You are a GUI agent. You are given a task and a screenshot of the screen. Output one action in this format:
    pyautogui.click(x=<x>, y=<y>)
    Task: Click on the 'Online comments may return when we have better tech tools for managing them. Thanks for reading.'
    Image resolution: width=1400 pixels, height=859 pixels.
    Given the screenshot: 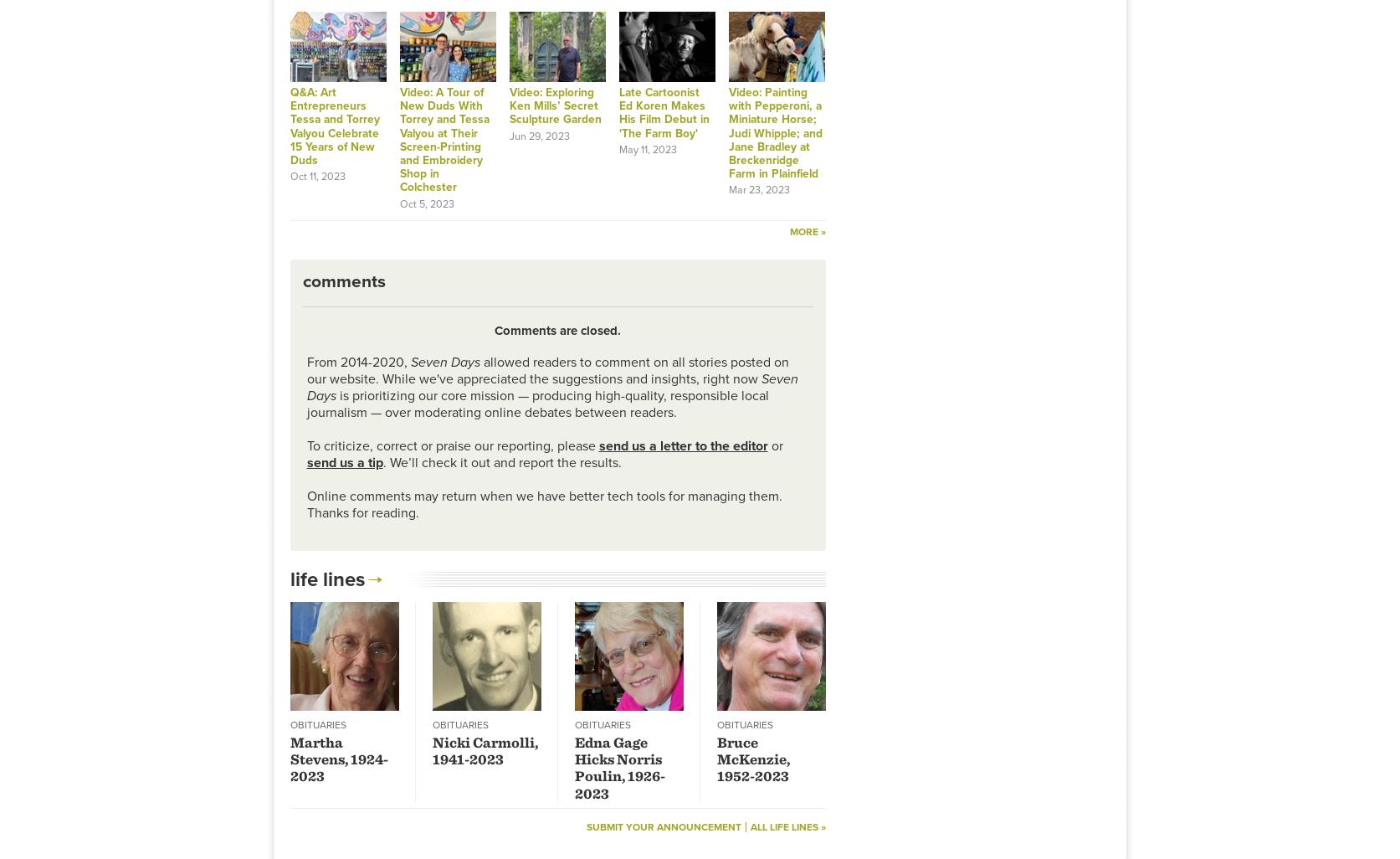 What is the action you would take?
    pyautogui.click(x=542, y=502)
    